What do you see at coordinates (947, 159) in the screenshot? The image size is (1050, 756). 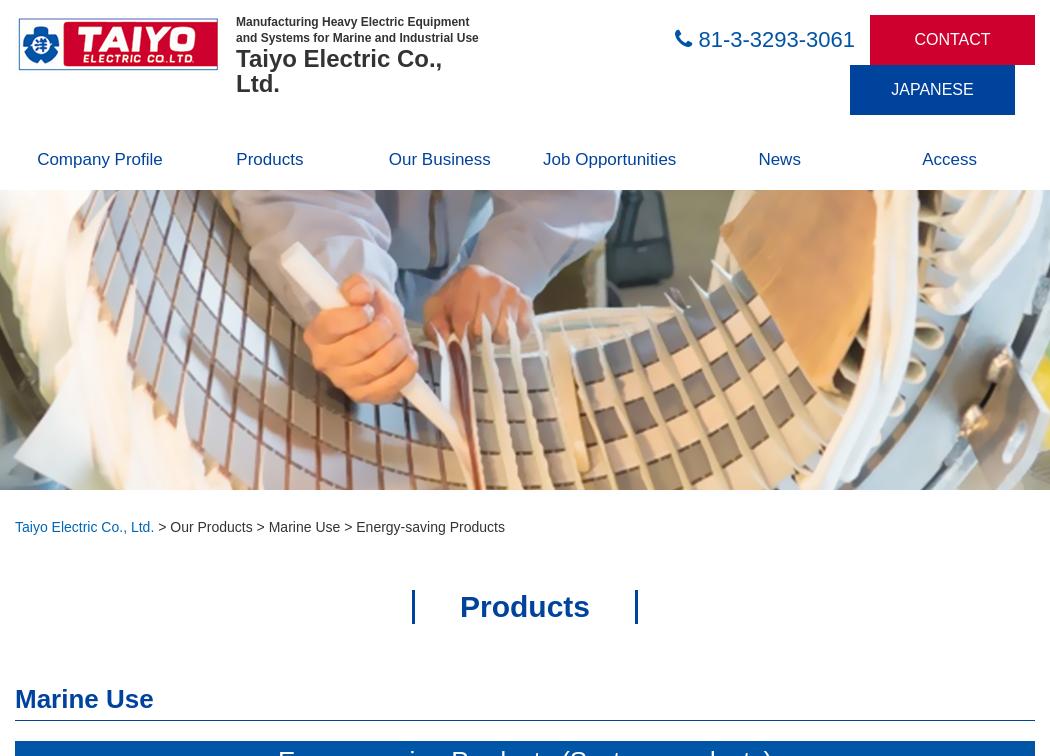 I see `'Access'` at bounding box center [947, 159].